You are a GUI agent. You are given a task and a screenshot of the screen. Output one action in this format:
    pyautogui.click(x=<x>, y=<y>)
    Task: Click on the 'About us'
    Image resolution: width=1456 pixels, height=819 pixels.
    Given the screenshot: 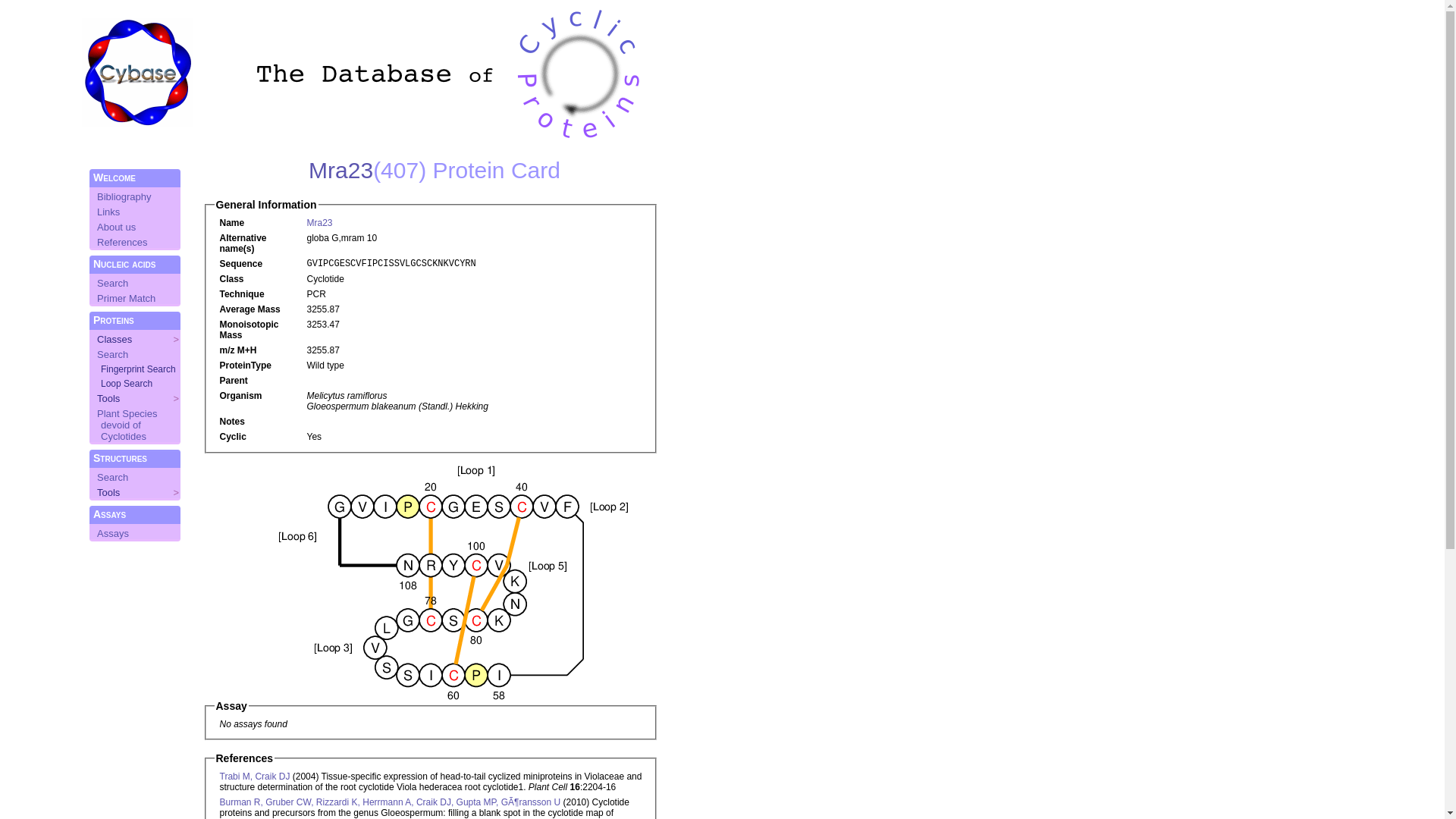 What is the action you would take?
    pyautogui.click(x=96, y=227)
    